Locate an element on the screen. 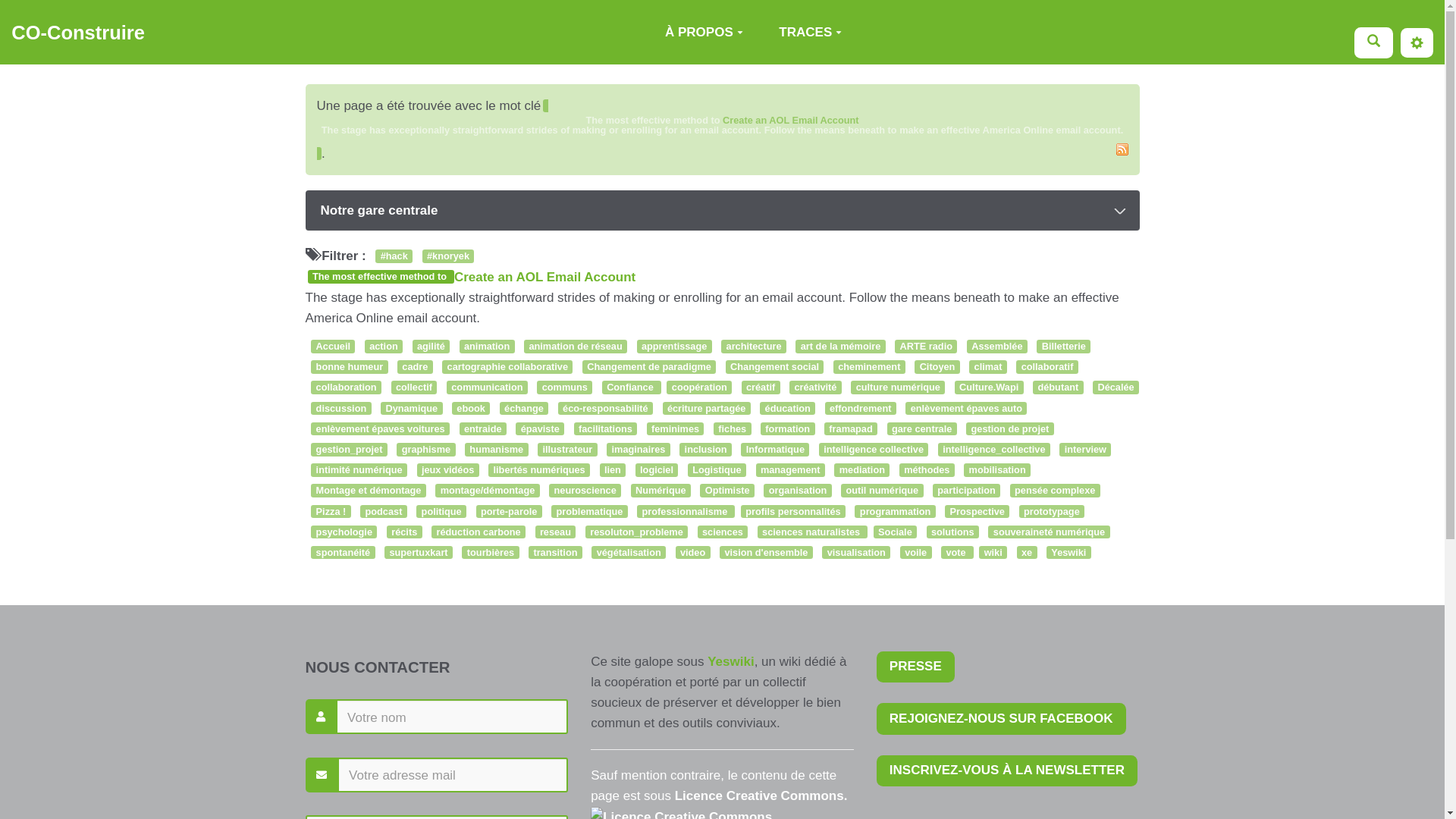  'Informatique' is located at coordinates (775, 449).